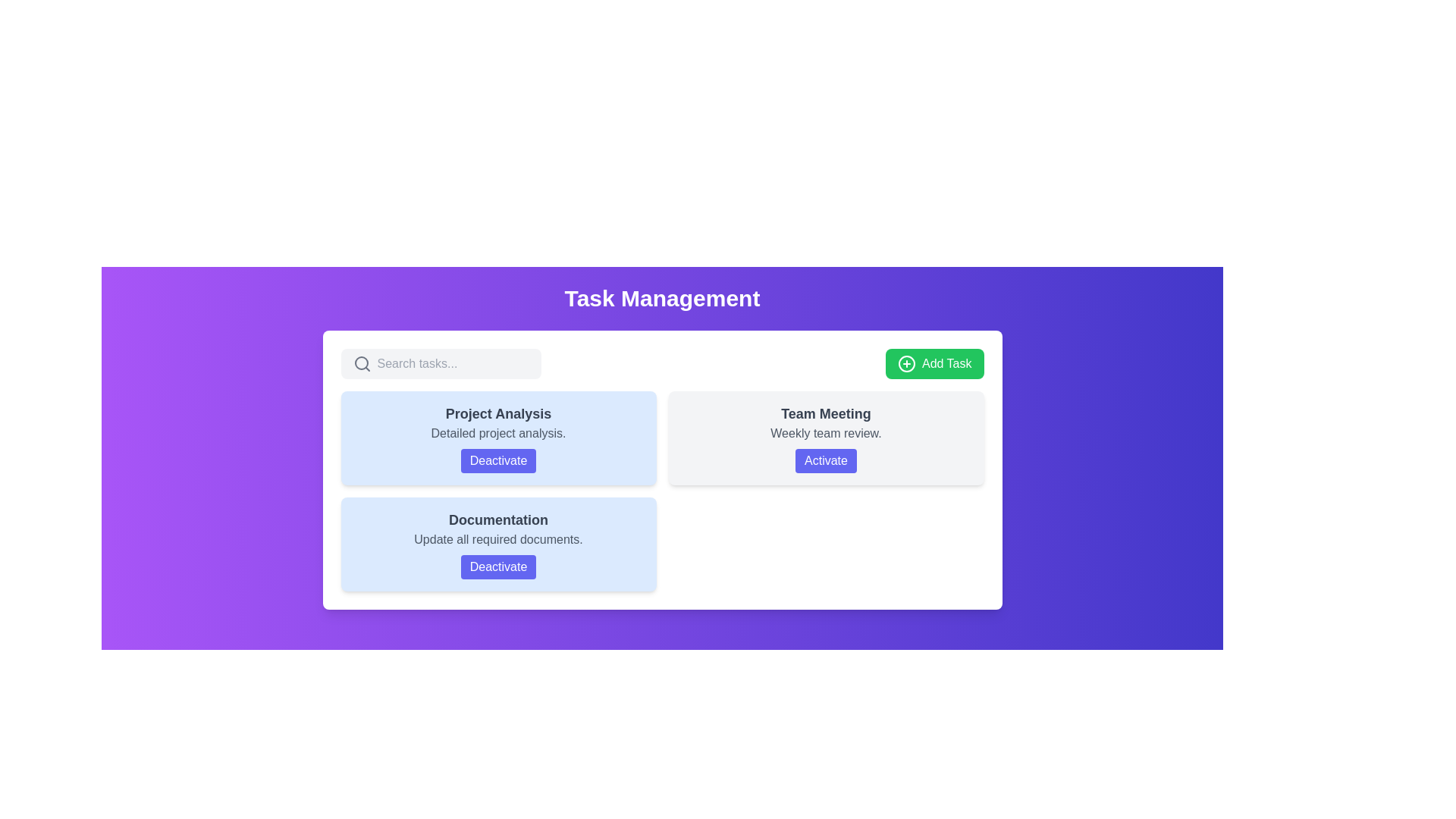  What do you see at coordinates (360, 362) in the screenshot?
I see `the circular element within the SVG icon representing a magnifying glass, located in the task management header section near the 'Search tasks...' input box` at bounding box center [360, 362].